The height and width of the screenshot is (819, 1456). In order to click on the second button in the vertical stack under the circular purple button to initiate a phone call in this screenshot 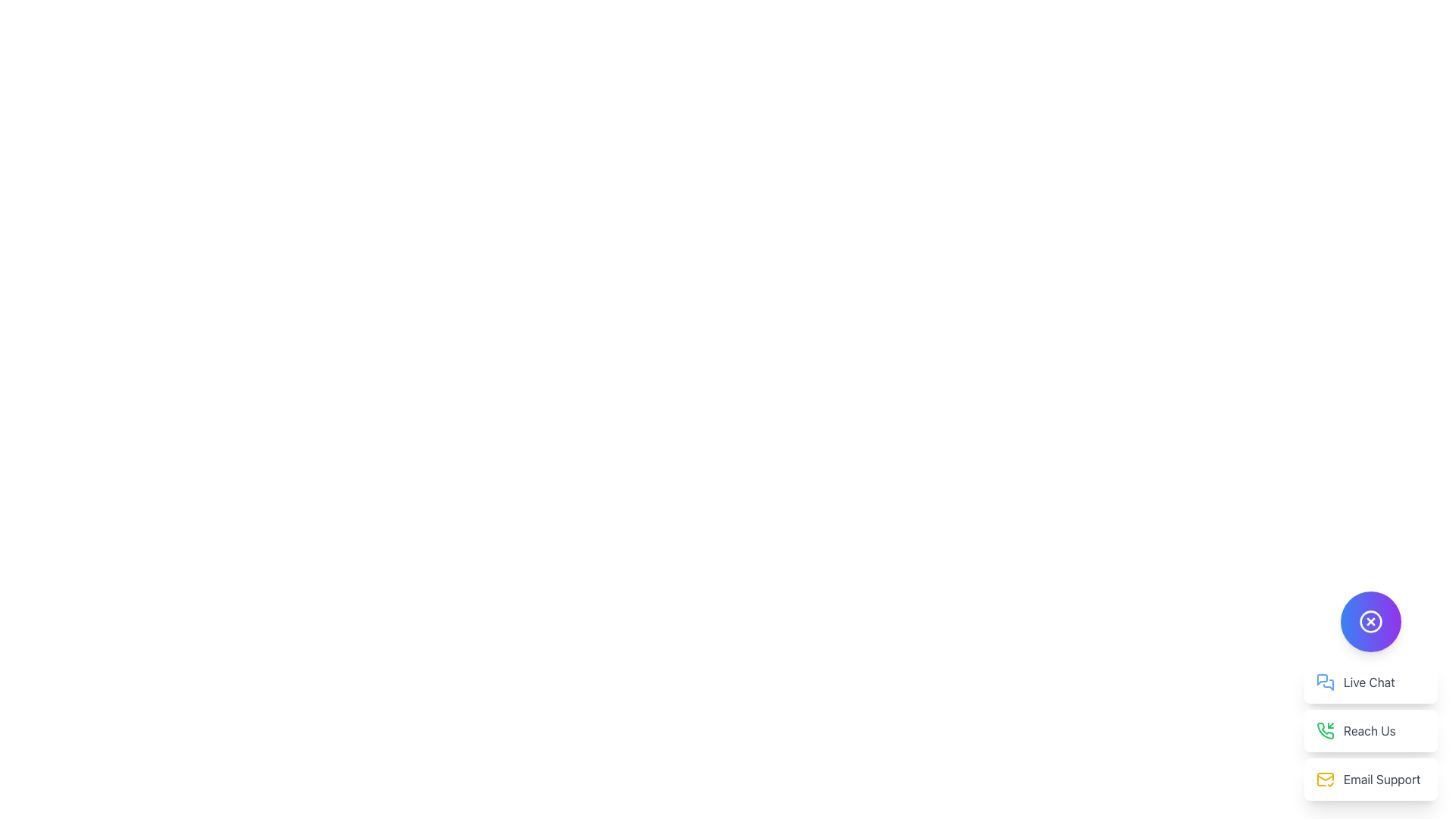, I will do `click(1371, 730)`.